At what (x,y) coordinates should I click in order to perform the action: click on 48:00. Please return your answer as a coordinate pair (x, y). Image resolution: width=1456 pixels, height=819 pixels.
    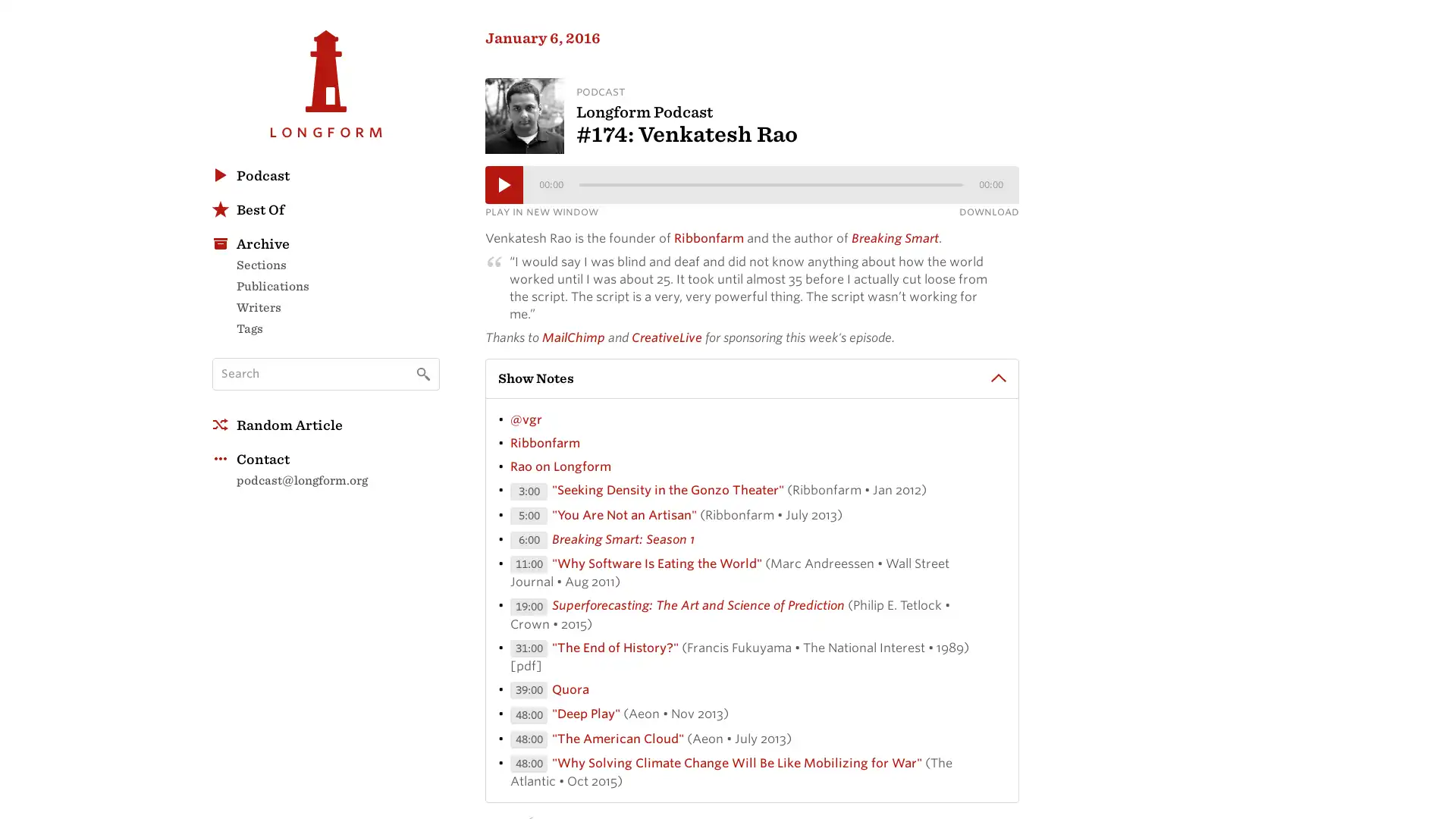
    Looking at the image, I should click on (529, 742).